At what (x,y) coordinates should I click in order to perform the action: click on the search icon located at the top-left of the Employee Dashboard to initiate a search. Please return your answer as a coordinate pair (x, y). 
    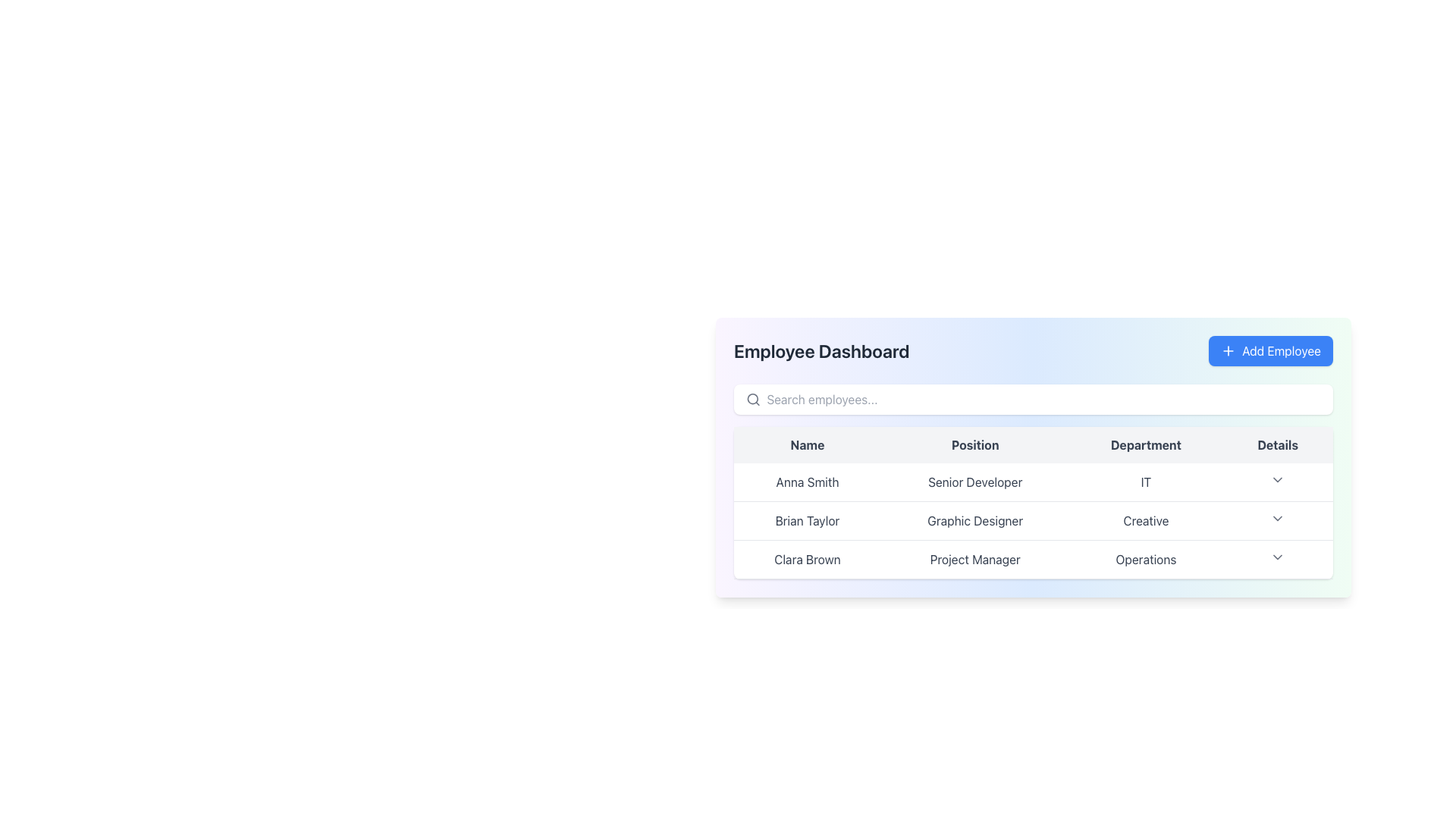
    Looking at the image, I should click on (753, 399).